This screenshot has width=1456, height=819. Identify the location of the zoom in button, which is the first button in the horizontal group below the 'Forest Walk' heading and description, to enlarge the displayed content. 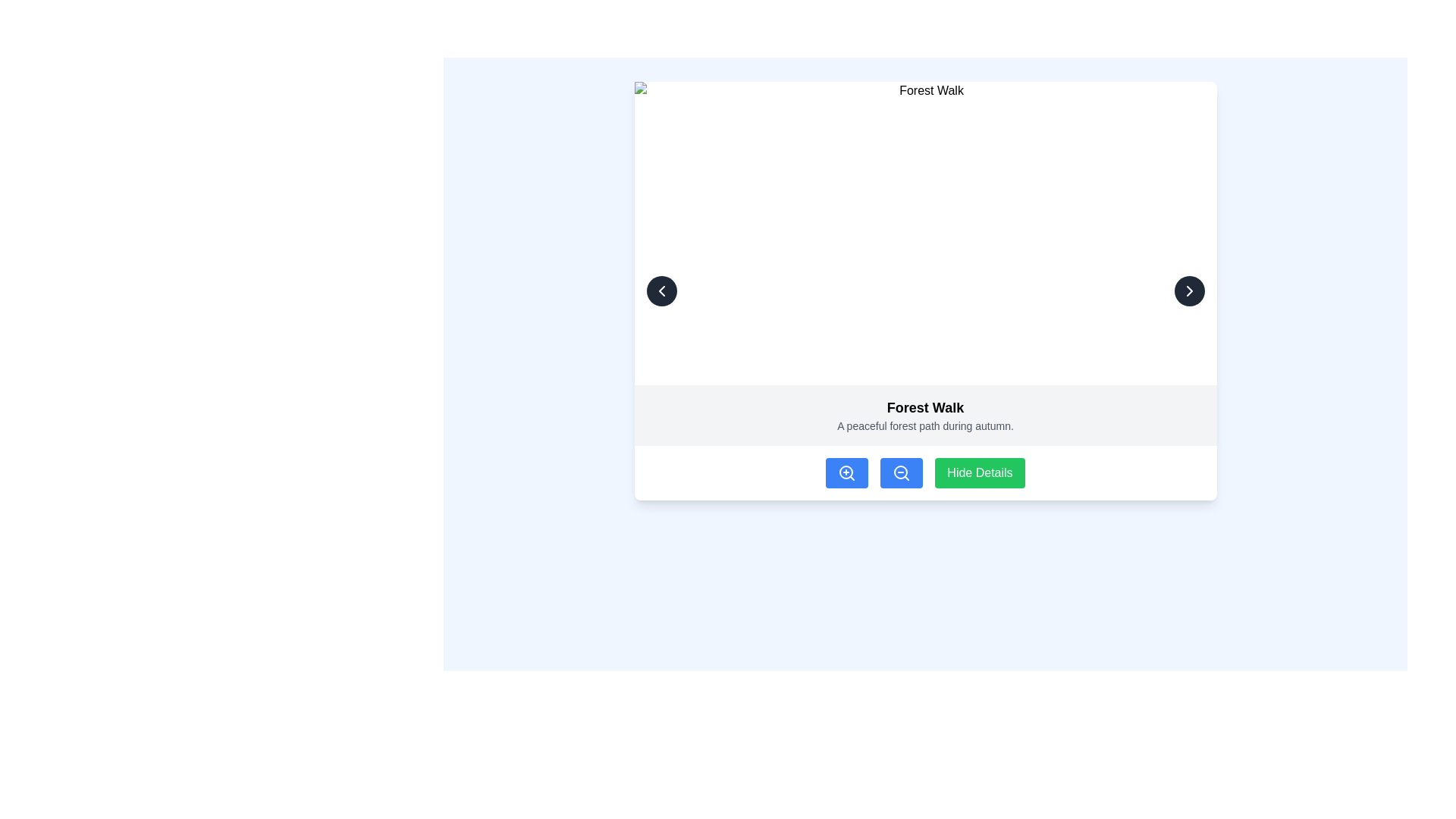
(846, 472).